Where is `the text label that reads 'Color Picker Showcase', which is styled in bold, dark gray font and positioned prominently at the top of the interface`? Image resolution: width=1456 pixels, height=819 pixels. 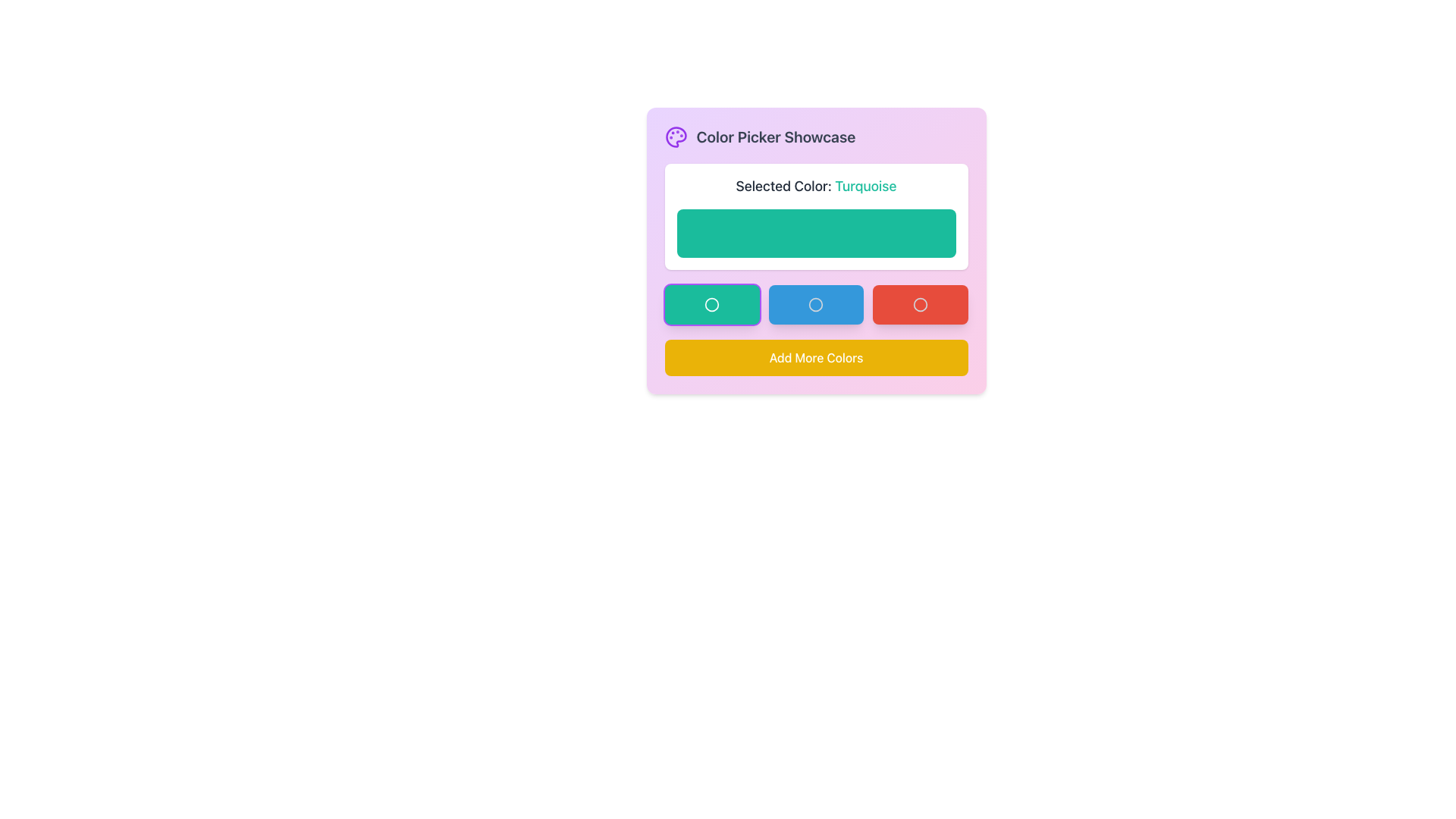
the text label that reads 'Color Picker Showcase', which is styled in bold, dark gray font and positioned prominently at the top of the interface is located at coordinates (776, 137).